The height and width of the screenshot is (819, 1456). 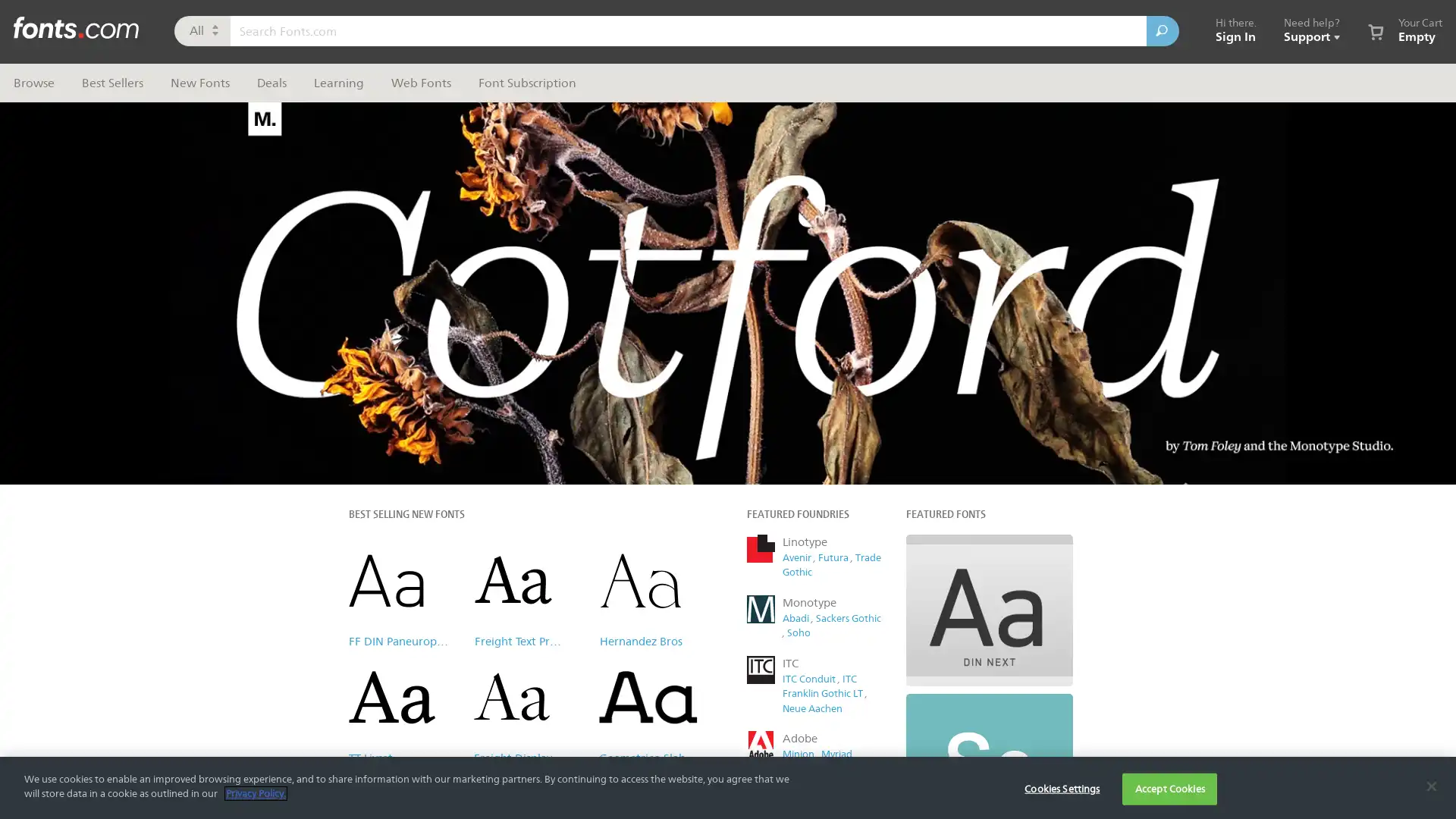 I want to click on Close, so click(x=1012, y=109).